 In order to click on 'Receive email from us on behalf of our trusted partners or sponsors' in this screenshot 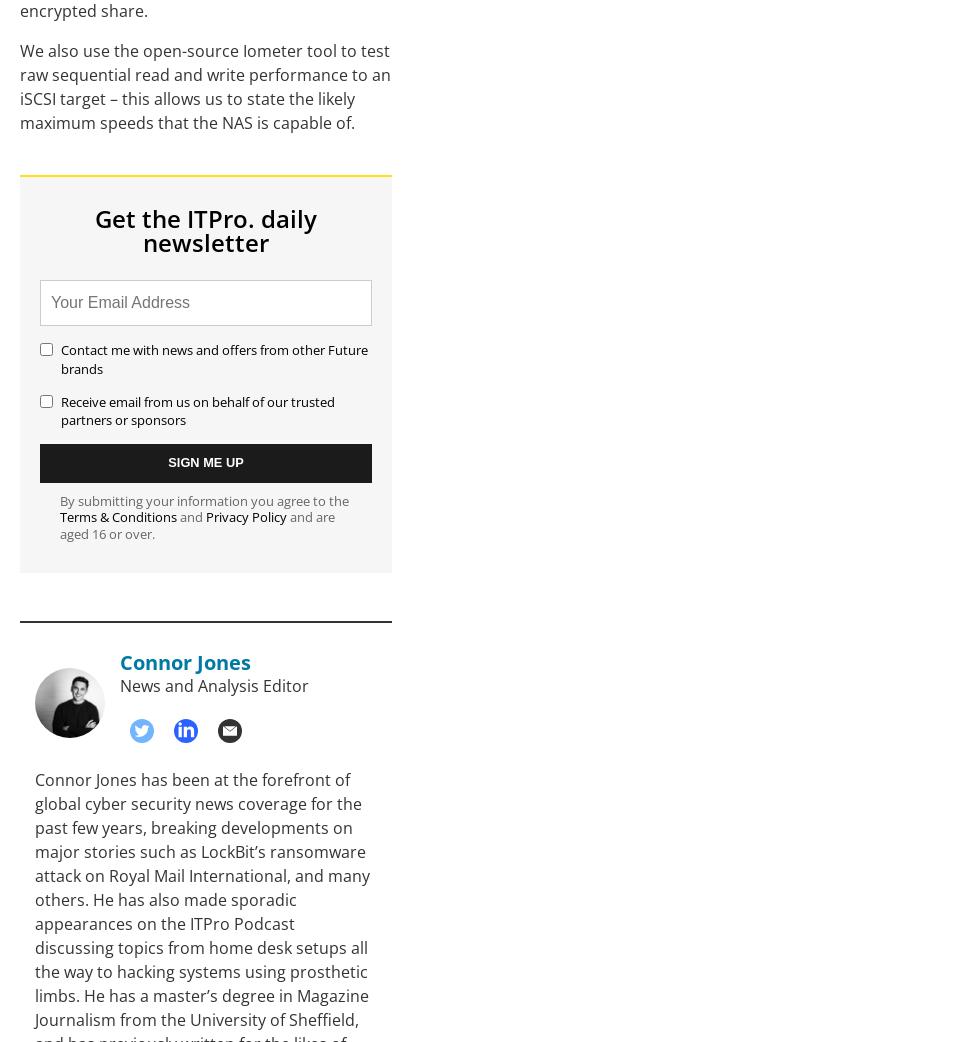, I will do `click(197, 409)`.